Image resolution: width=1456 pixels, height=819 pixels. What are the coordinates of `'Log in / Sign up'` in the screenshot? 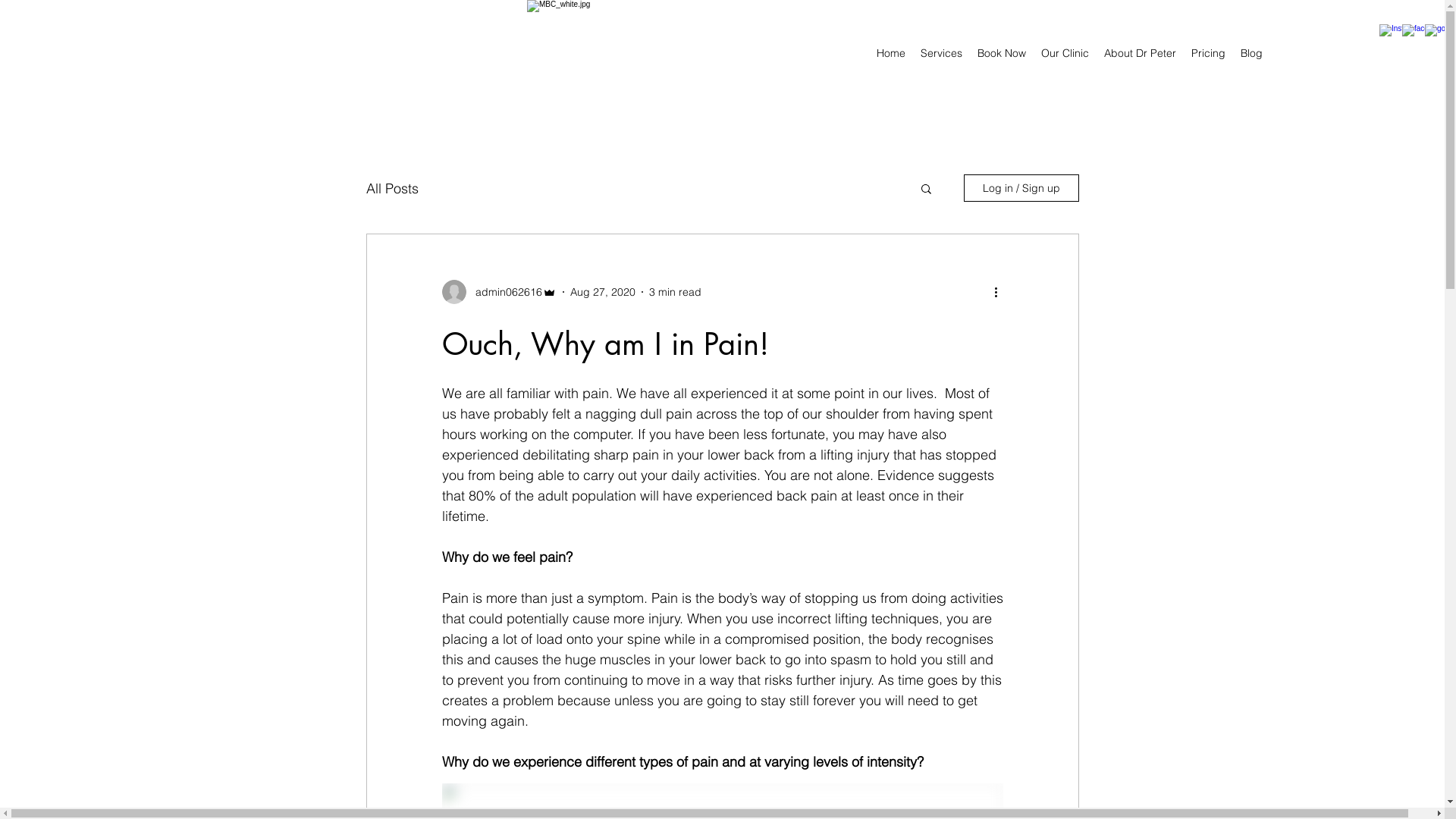 It's located at (1020, 187).